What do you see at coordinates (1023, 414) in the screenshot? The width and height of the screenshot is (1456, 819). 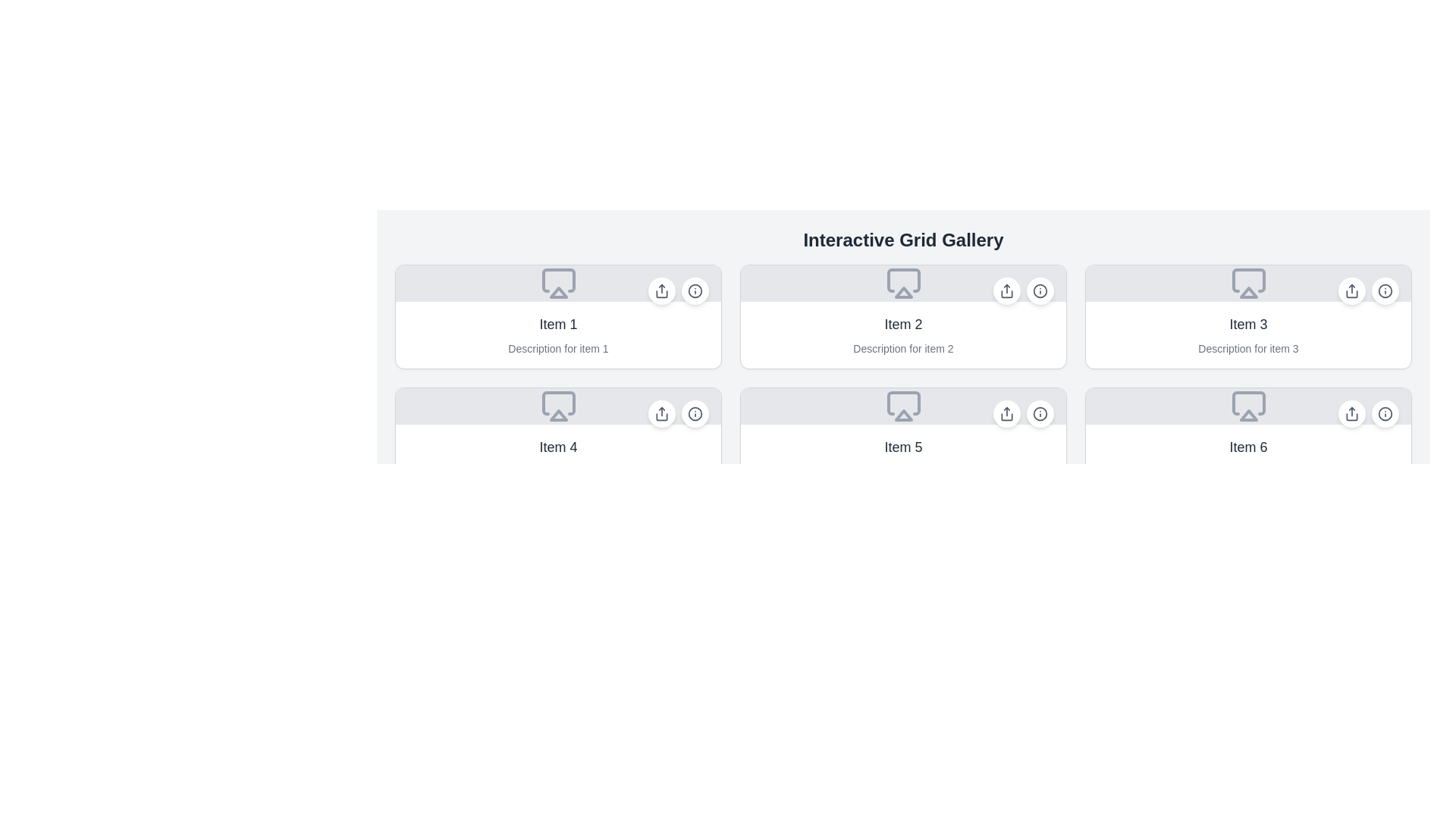 I see `the information button located in the top-right corner of the 'Item 5' card` at bounding box center [1023, 414].